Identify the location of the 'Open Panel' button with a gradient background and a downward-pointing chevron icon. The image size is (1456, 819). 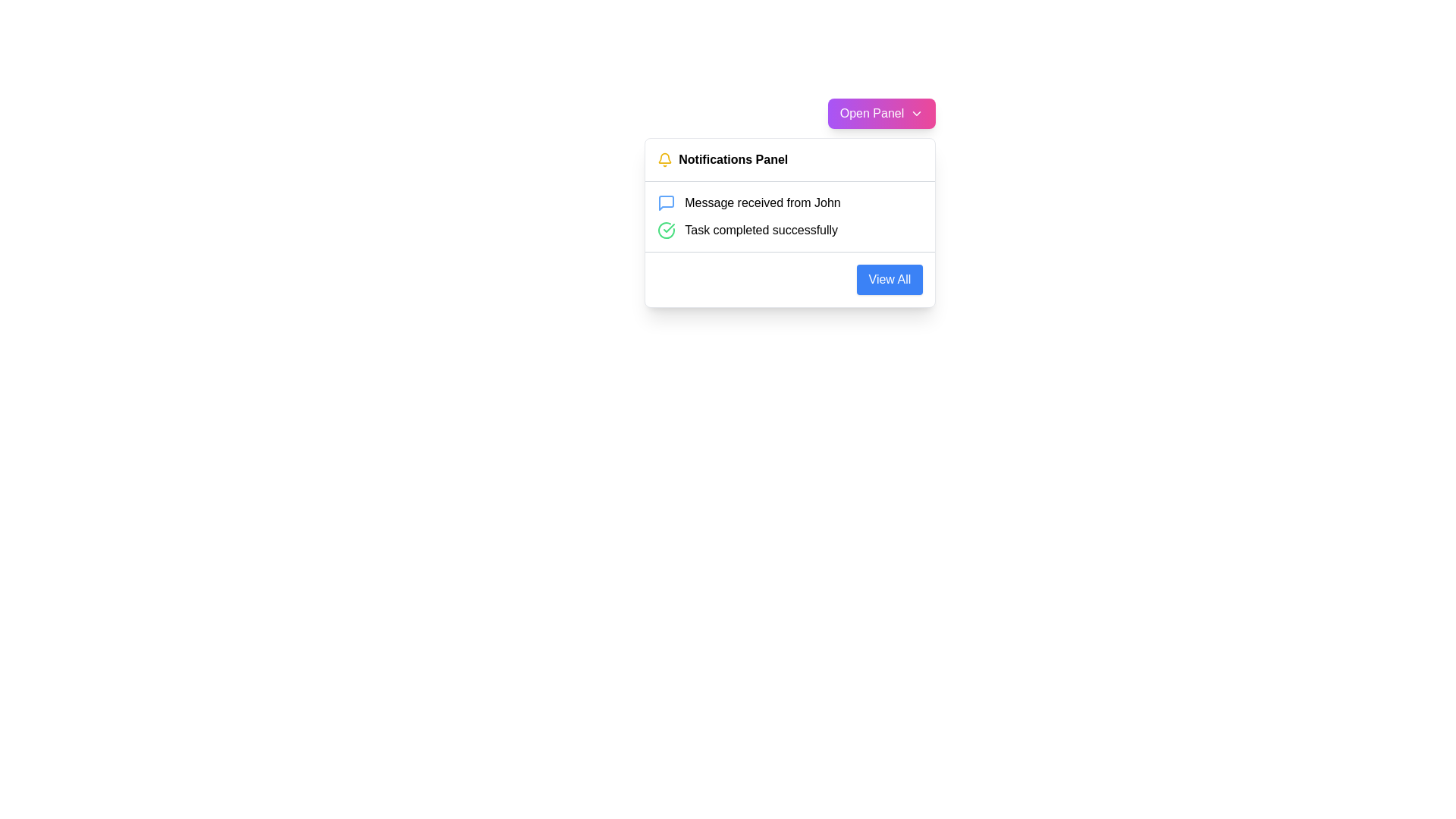
(881, 113).